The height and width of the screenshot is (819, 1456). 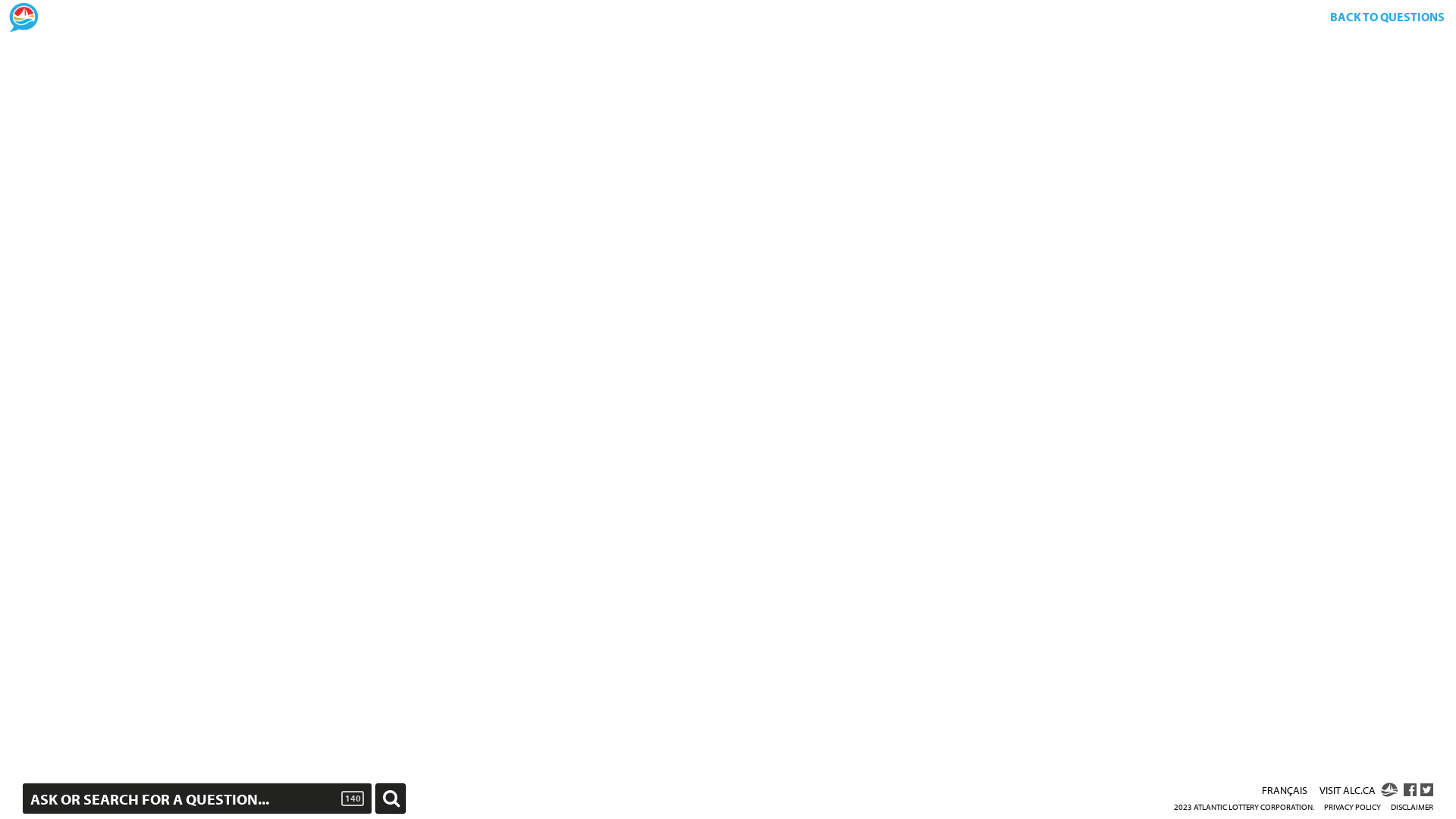 What do you see at coordinates (1318, 791) in the screenshot?
I see `'VISIT ALC.CA'` at bounding box center [1318, 791].